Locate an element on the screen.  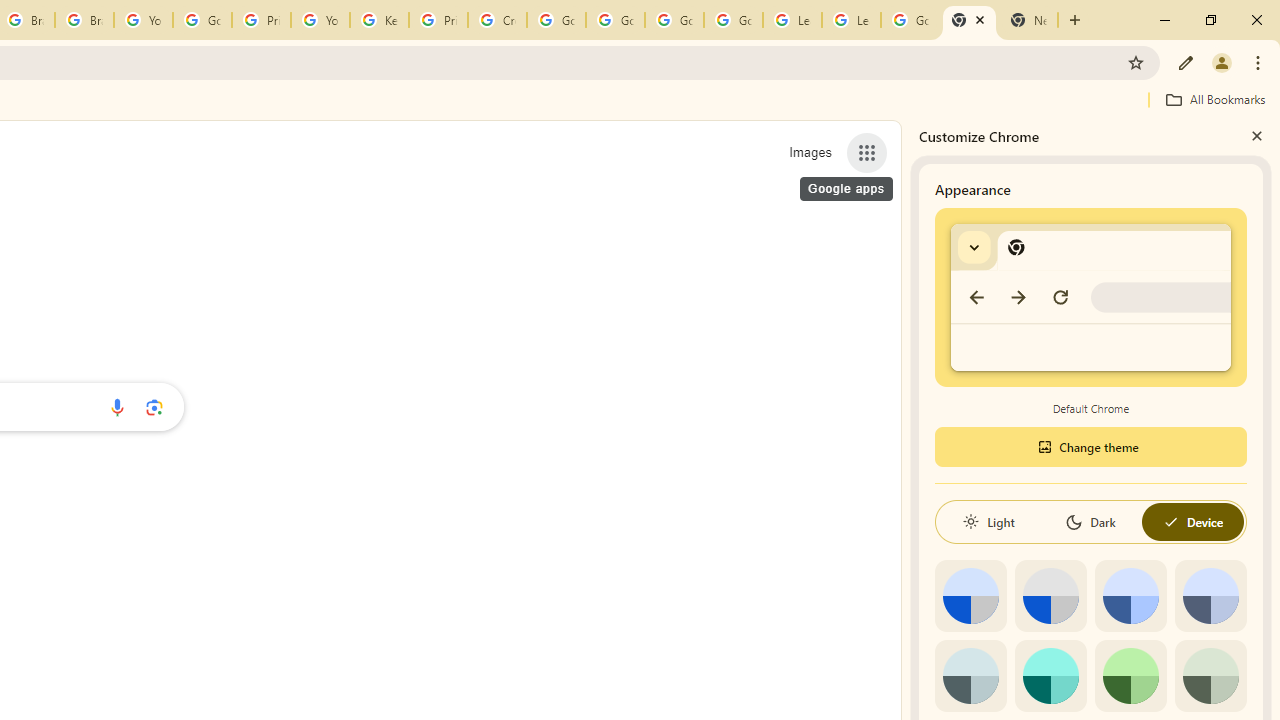
'New Tab' is located at coordinates (969, 20).